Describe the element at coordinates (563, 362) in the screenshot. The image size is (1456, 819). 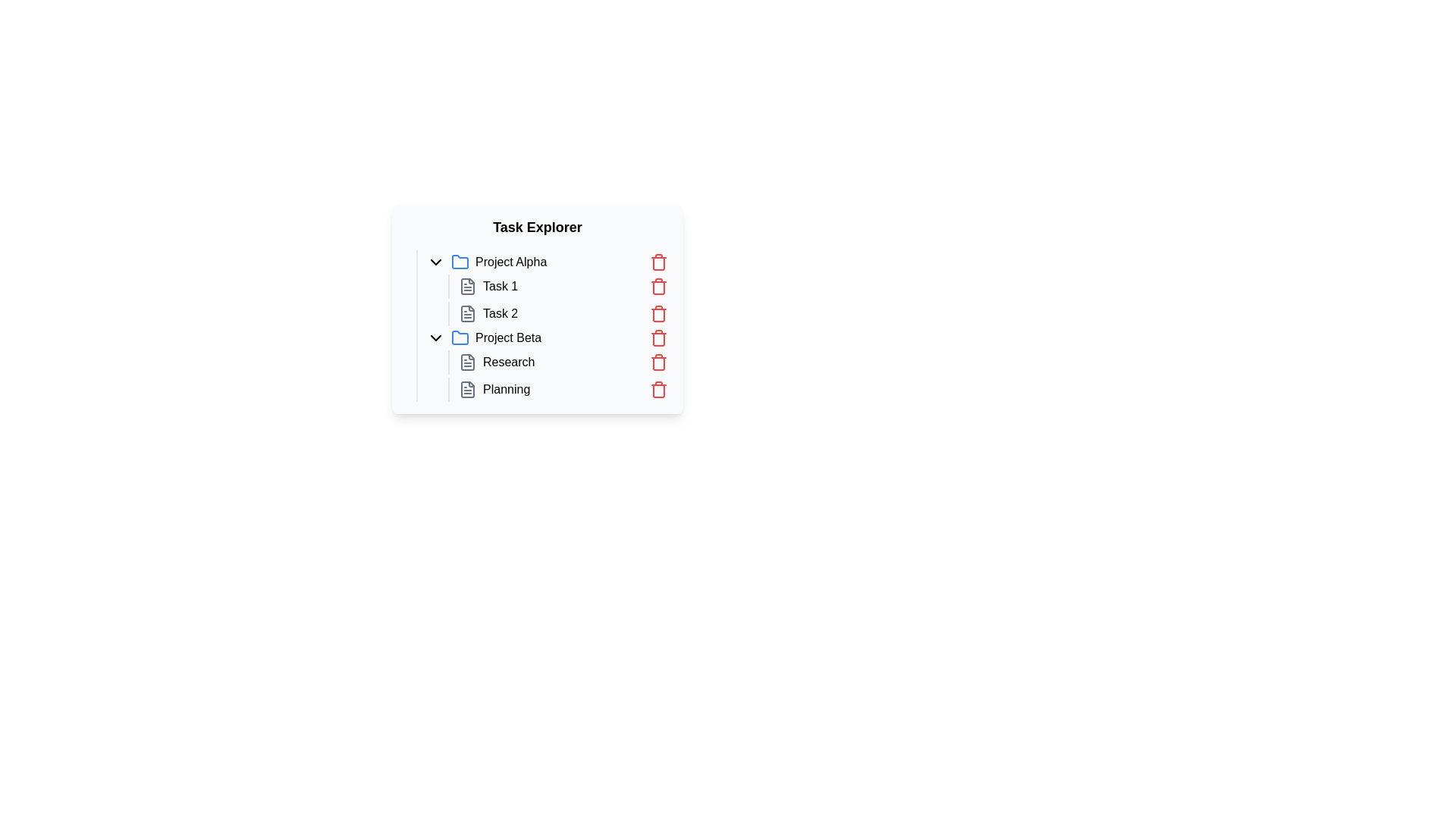
I see `the 'Research' list item in the task explorer interface` at that location.